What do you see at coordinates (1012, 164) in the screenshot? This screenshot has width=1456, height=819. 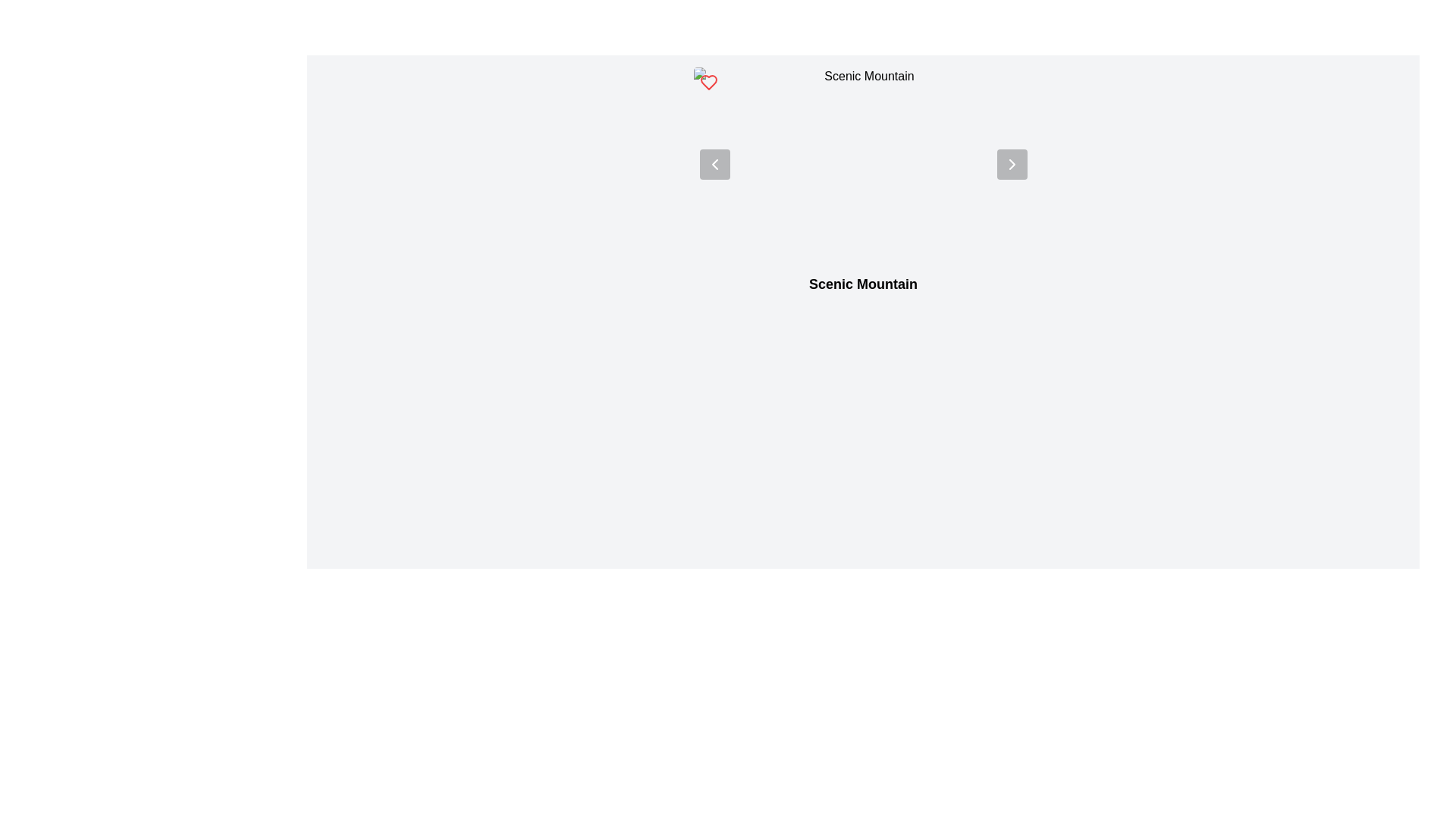 I see `the navigational icon` at bounding box center [1012, 164].